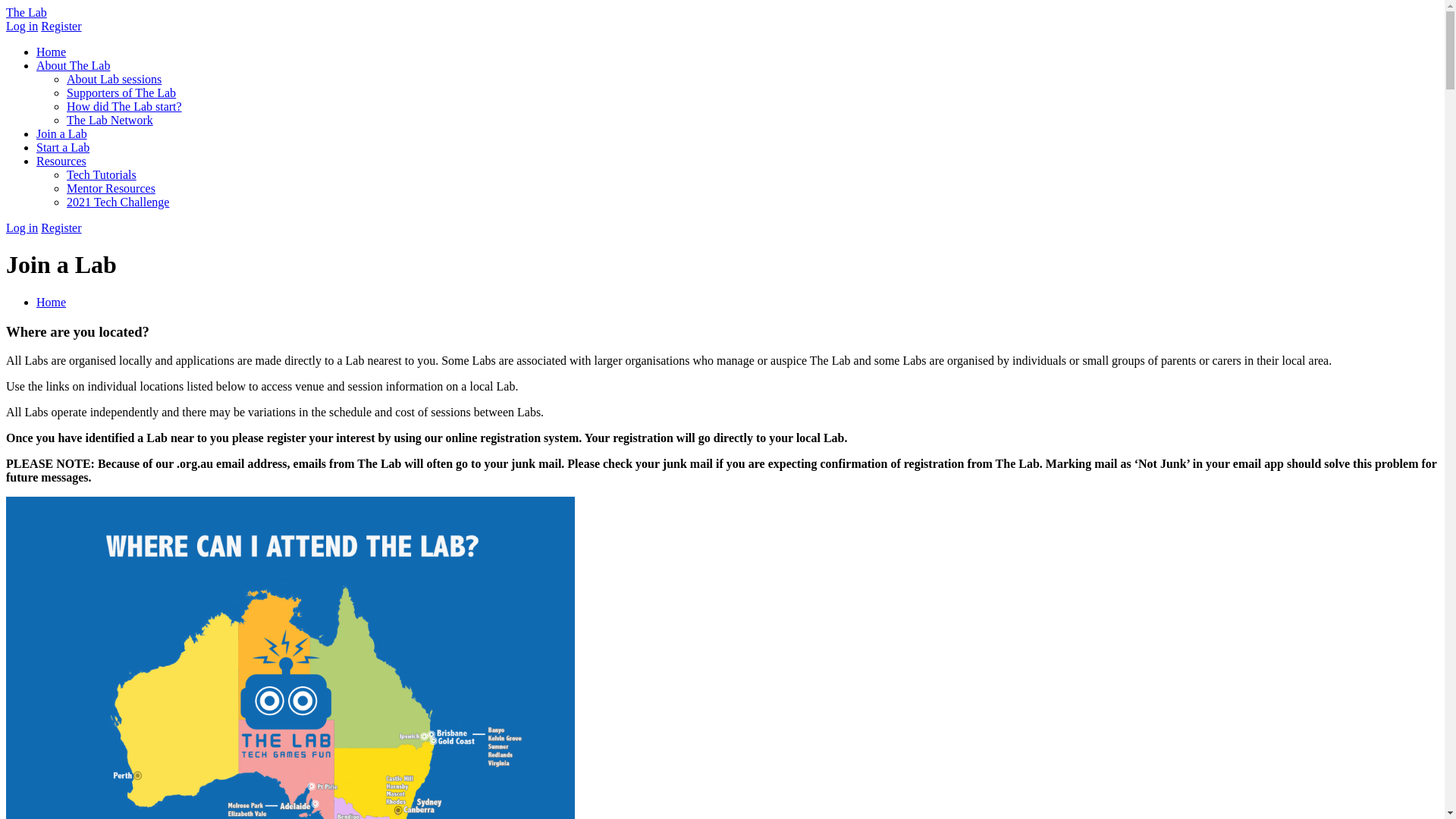 Image resolution: width=1456 pixels, height=819 pixels. I want to click on 'Resources', so click(61, 161).